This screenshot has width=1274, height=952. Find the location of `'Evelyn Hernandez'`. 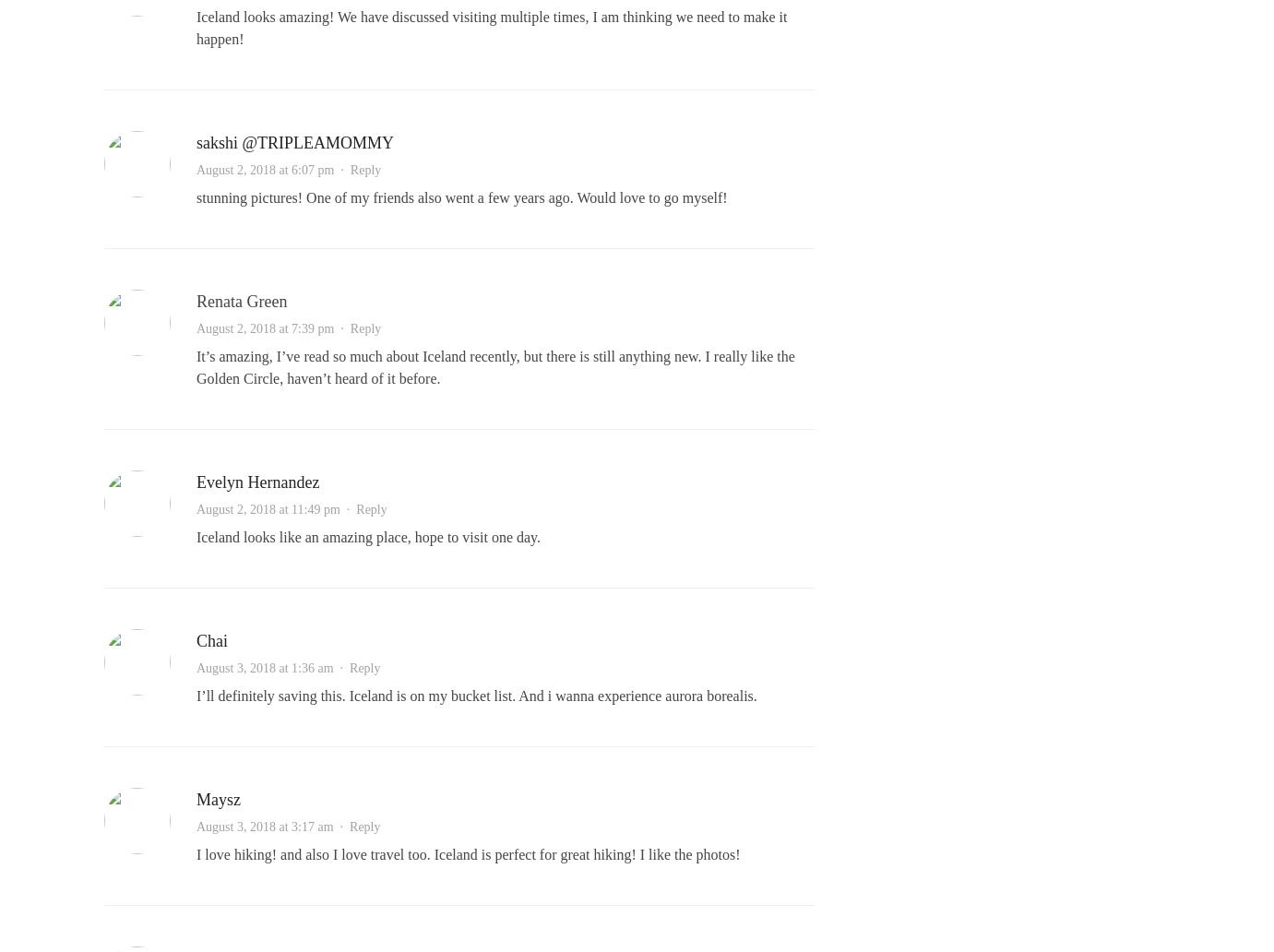

'Evelyn Hernandez' is located at coordinates (257, 482).